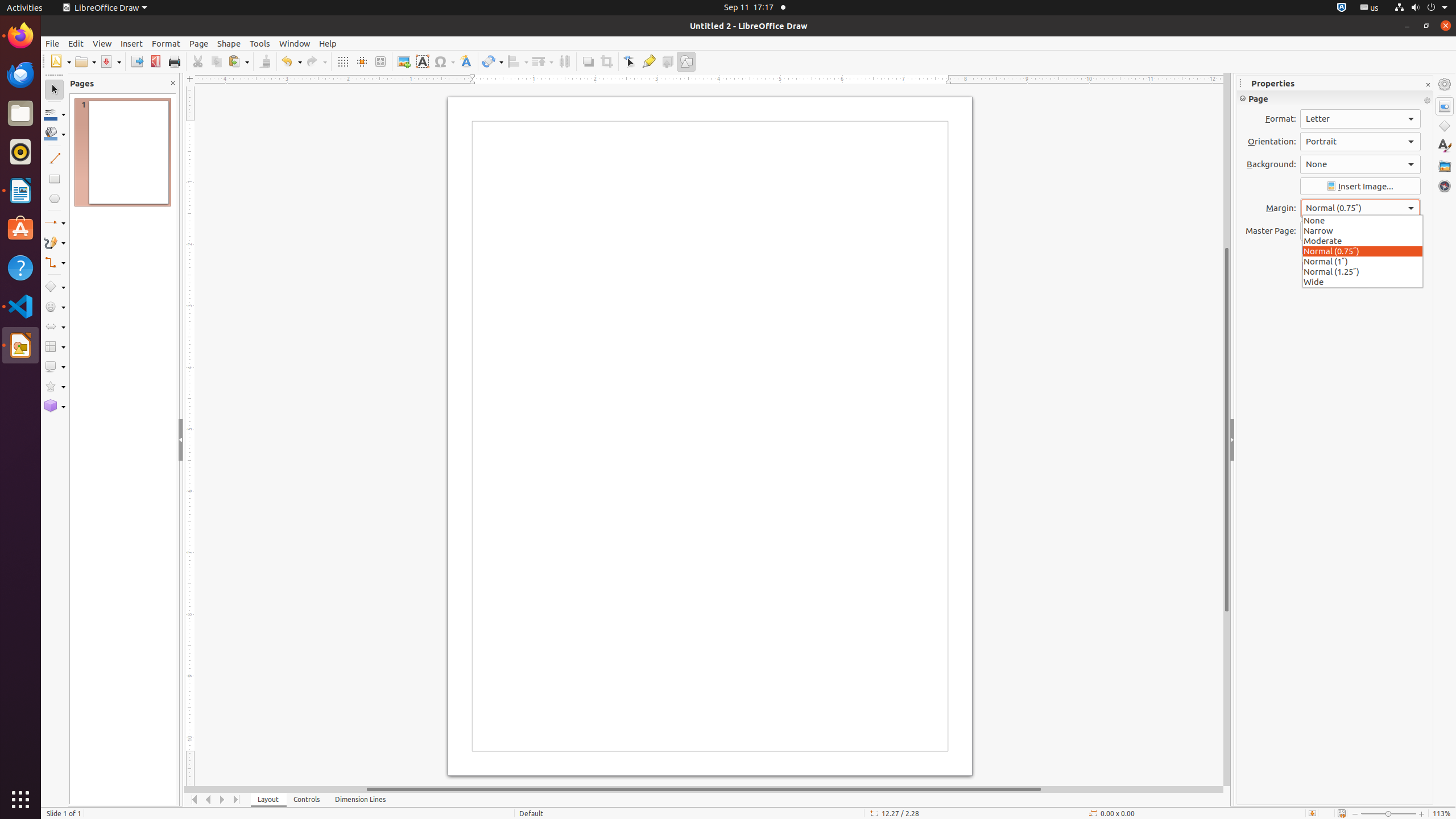 The width and height of the screenshot is (1456, 819). What do you see at coordinates (648, 61) in the screenshot?
I see `'Glue Points'` at bounding box center [648, 61].